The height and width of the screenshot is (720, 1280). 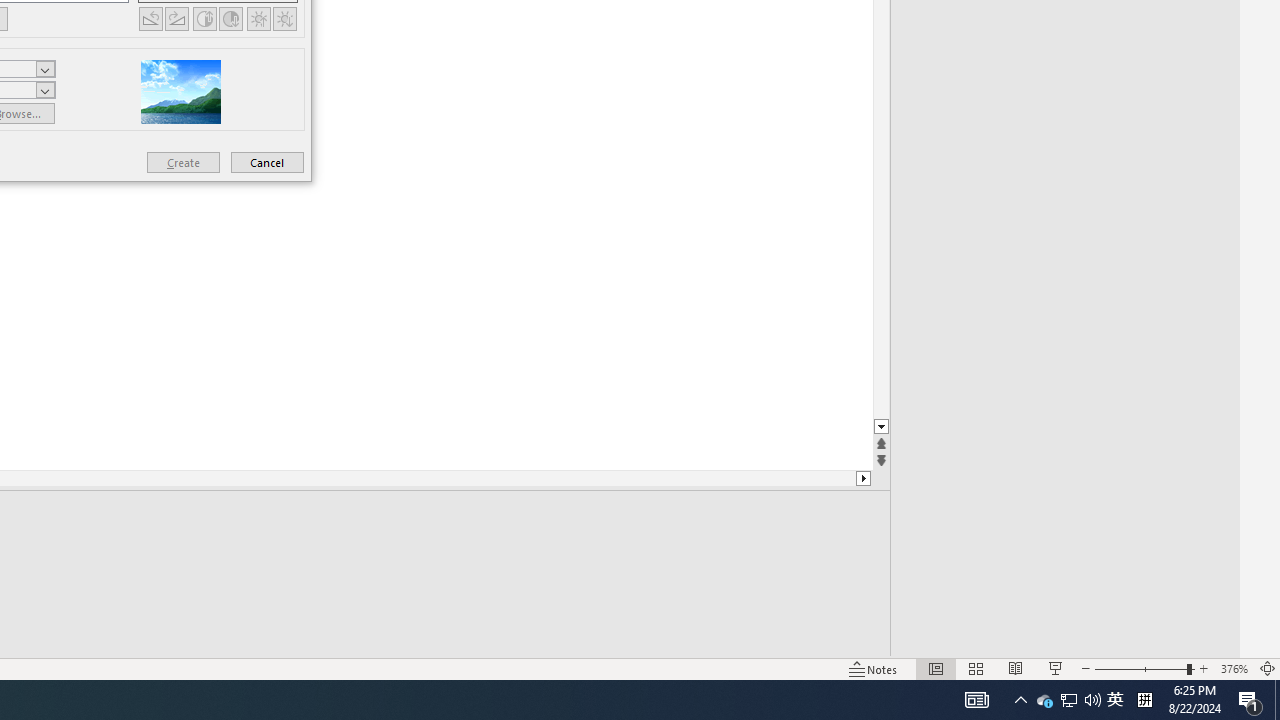 What do you see at coordinates (1250, 698) in the screenshot?
I see `'Action Center, 1 new notification'` at bounding box center [1250, 698].